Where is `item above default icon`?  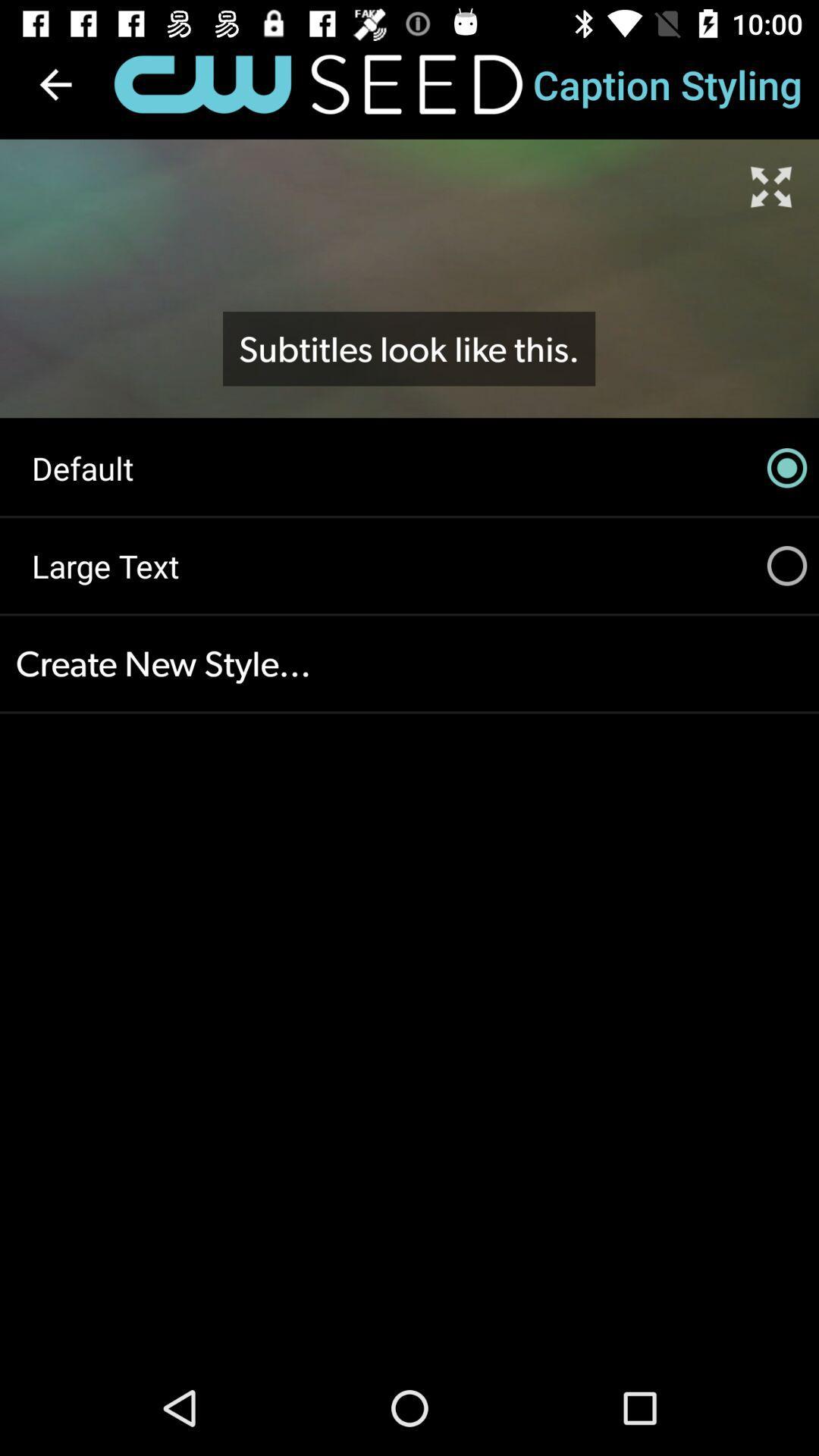
item above default icon is located at coordinates (771, 186).